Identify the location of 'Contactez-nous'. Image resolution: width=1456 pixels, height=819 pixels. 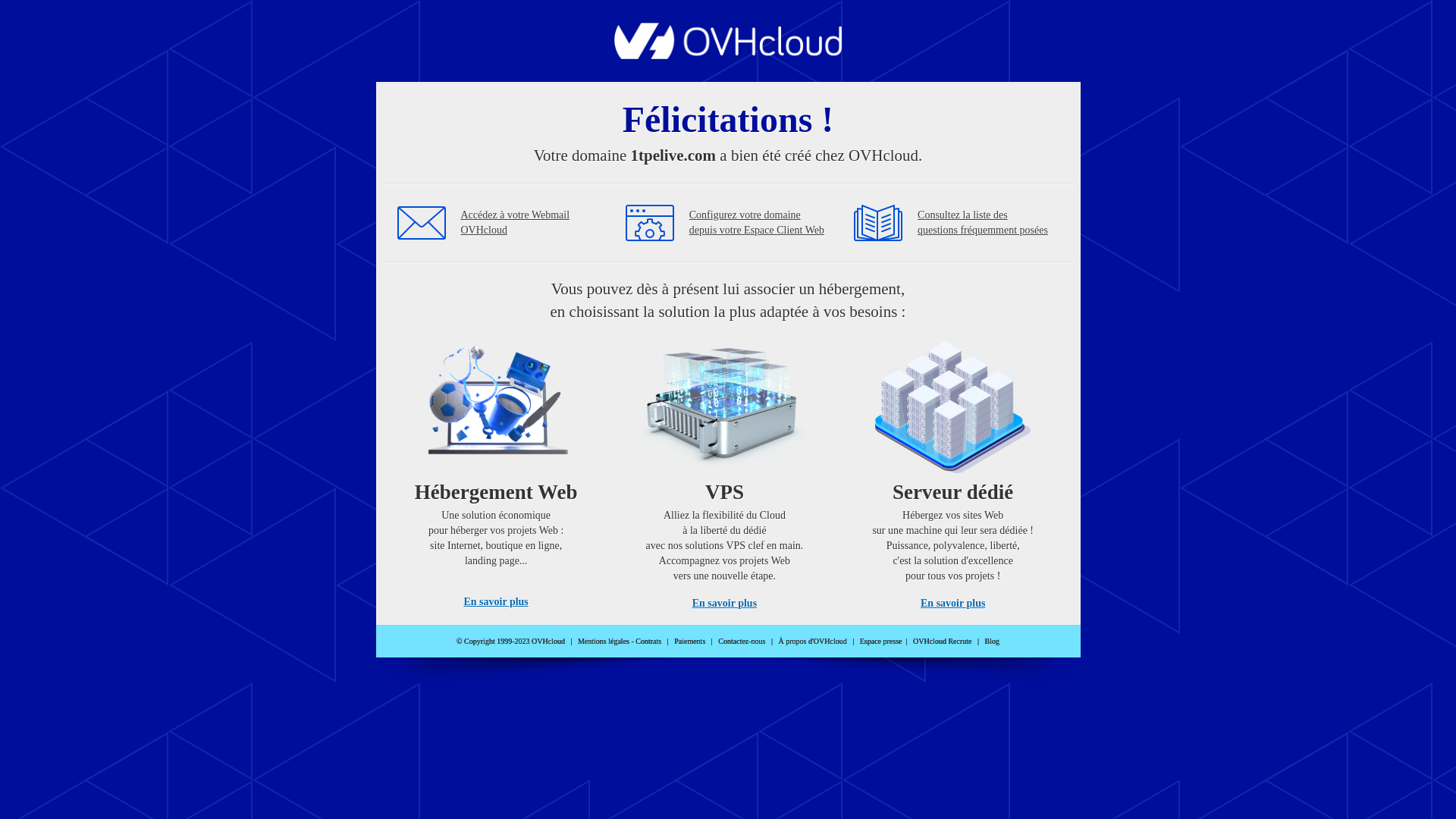
(742, 641).